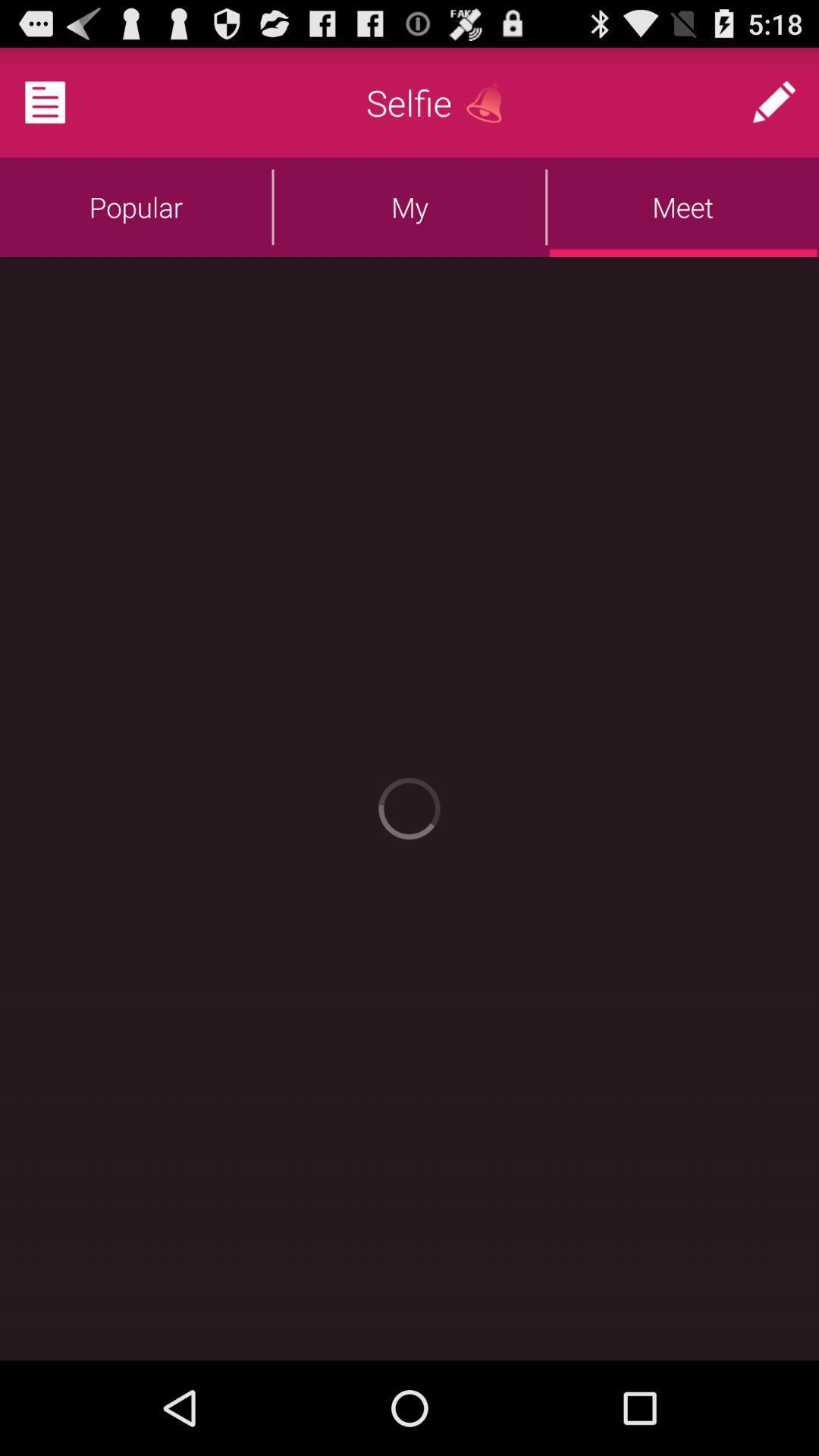 The width and height of the screenshot is (819, 1456). What do you see at coordinates (408, 102) in the screenshot?
I see `the selfie icon` at bounding box center [408, 102].